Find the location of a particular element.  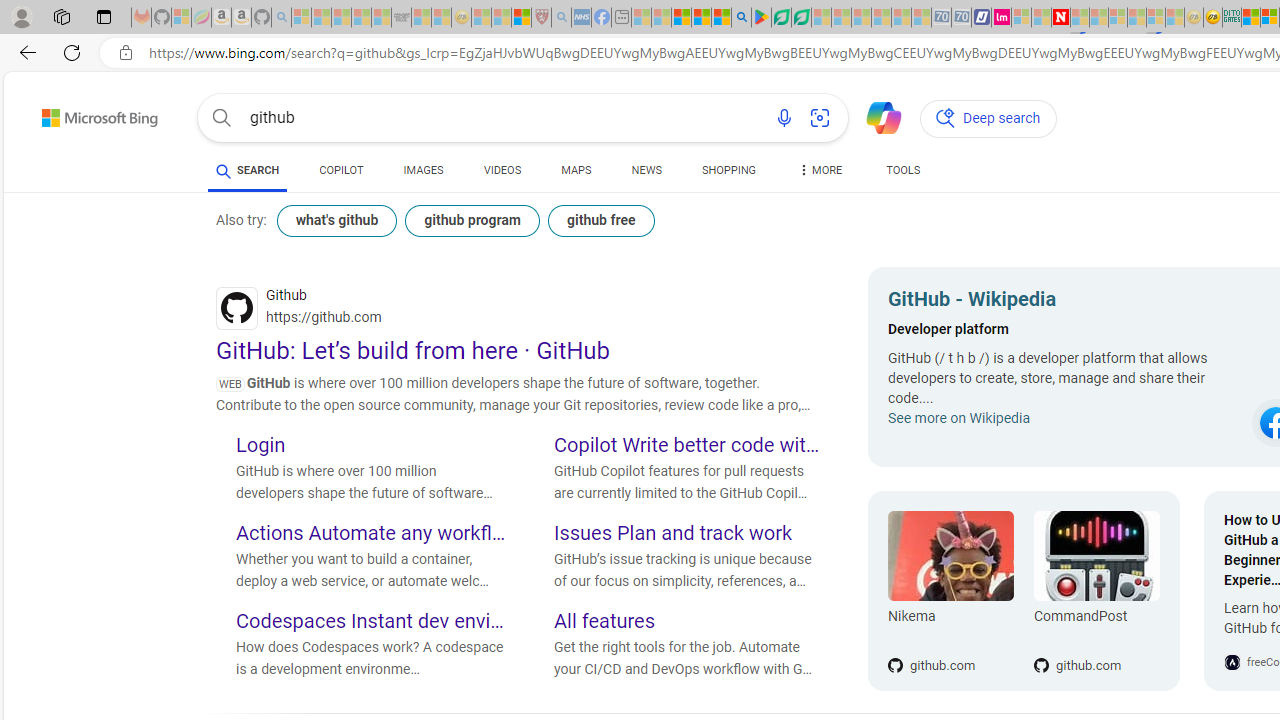

'New Report Confirms 2023 Was Record Hot | Watch - Sleeping' is located at coordinates (381, 17).